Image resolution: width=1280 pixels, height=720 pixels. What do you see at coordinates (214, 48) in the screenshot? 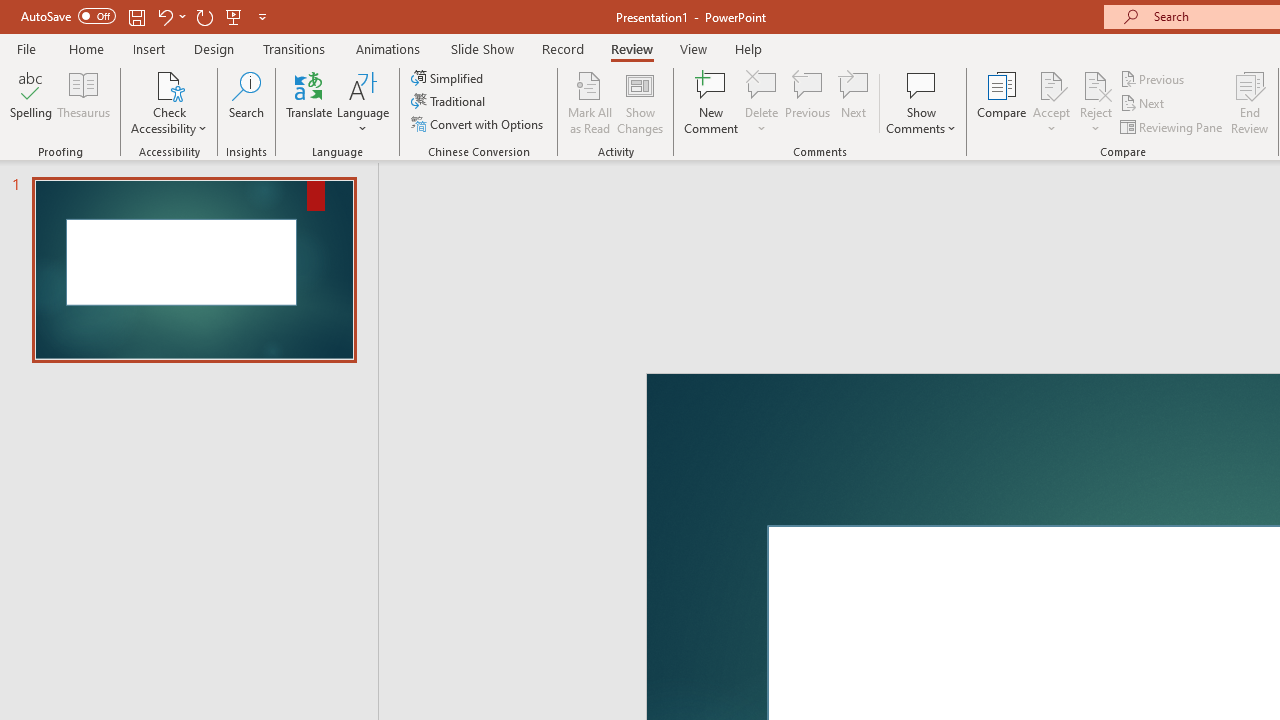
I see `'Design'` at bounding box center [214, 48].